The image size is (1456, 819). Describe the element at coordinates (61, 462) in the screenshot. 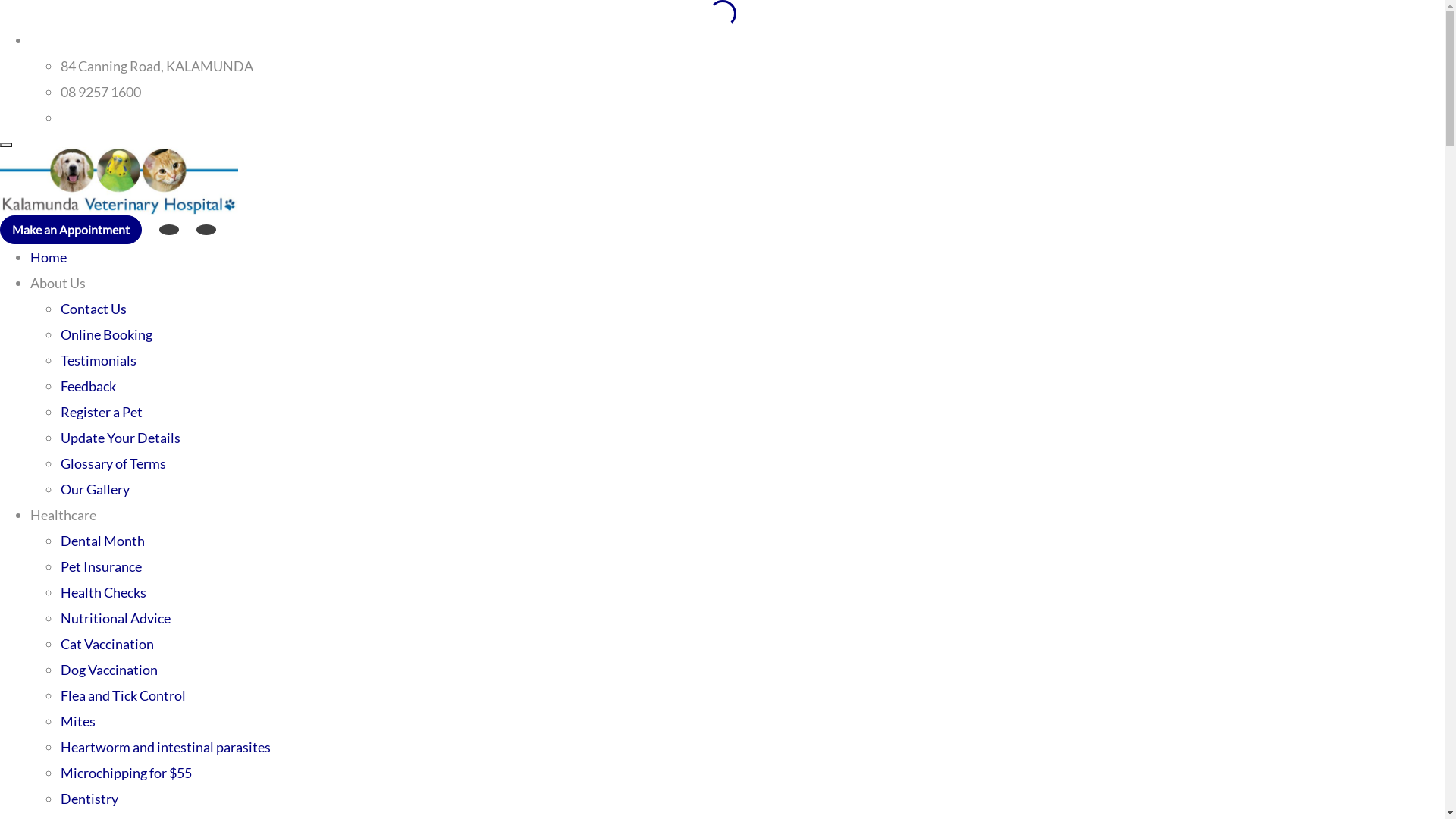

I see `'Glossary of Terms'` at that location.